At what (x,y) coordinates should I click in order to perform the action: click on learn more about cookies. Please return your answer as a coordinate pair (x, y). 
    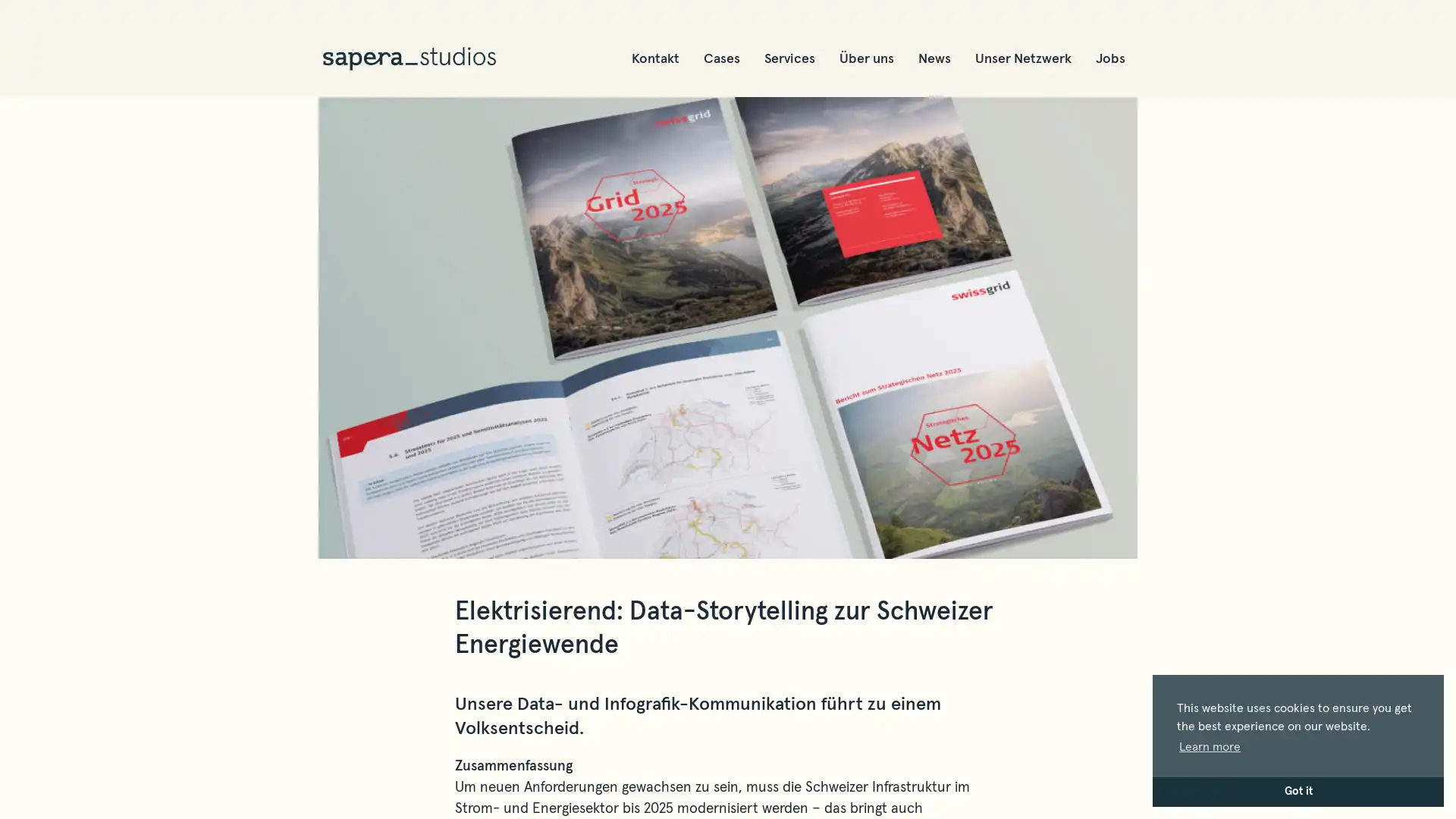
    Looking at the image, I should click on (1209, 745).